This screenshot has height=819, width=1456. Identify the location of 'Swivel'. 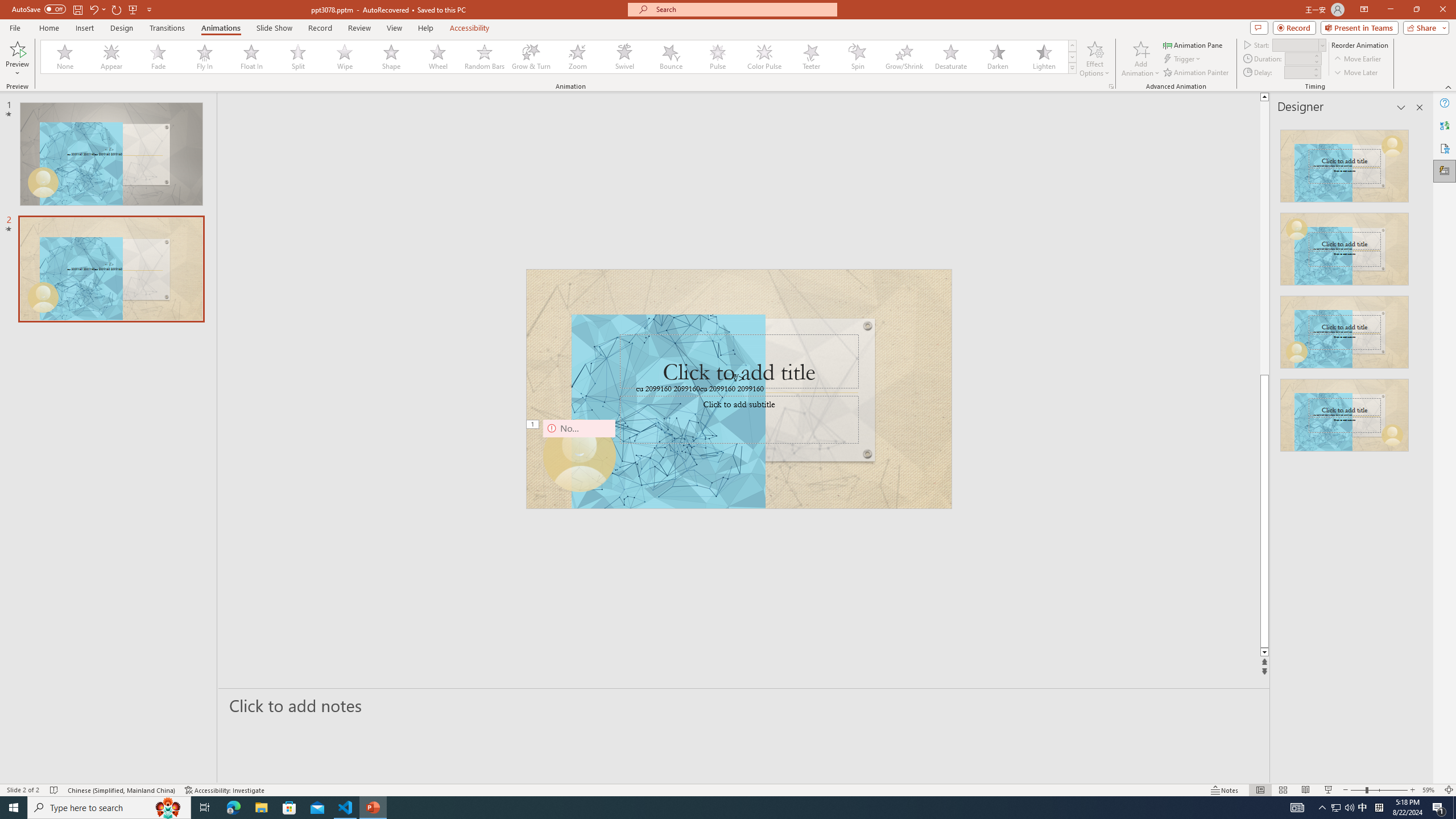
(624, 56).